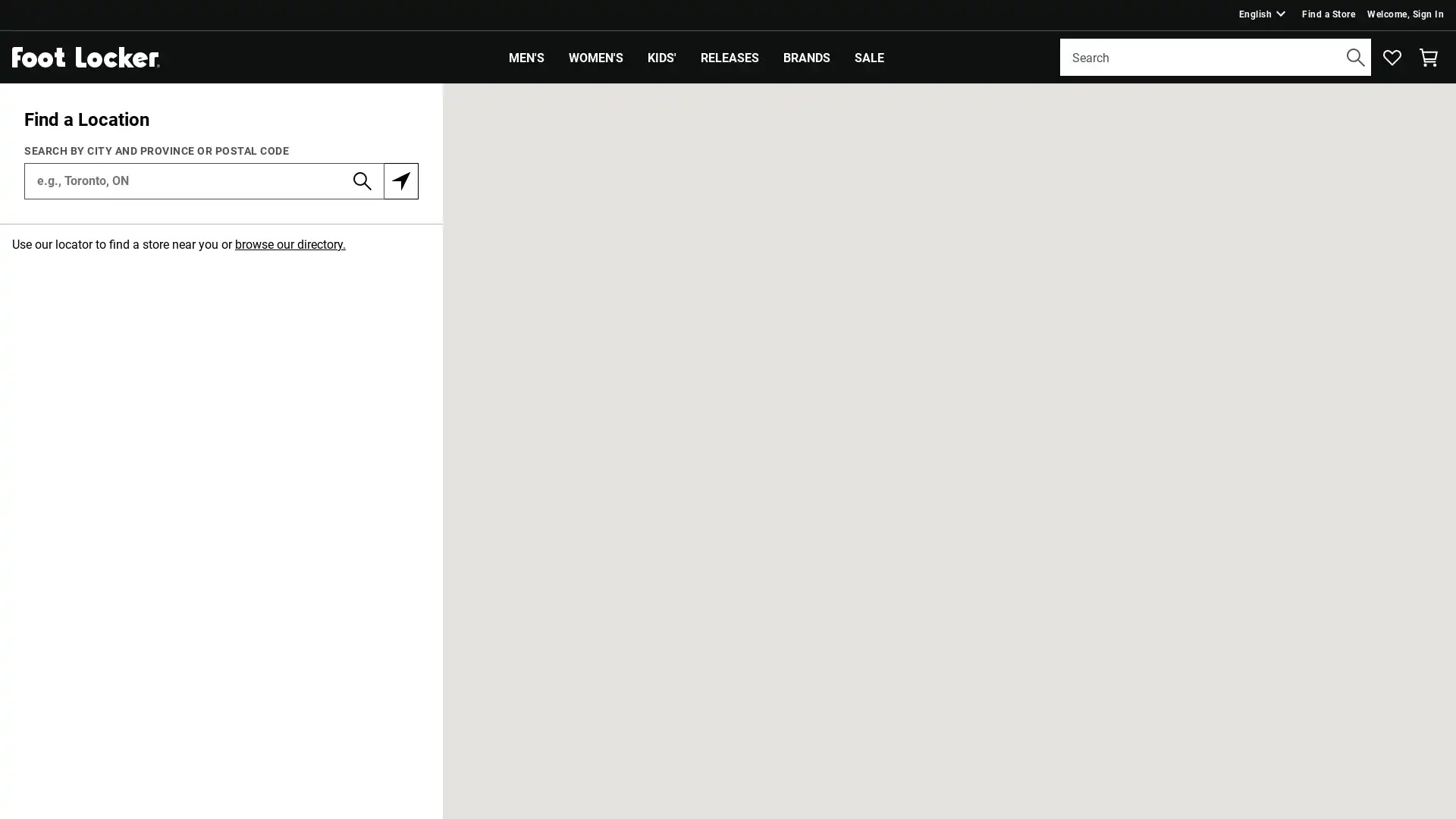 The height and width of the screenshot is (819, 1456). What do you see at coordinates (1432, 105) in the screenshot?
I see `Zoom in` at bounding box center [1432, 105].